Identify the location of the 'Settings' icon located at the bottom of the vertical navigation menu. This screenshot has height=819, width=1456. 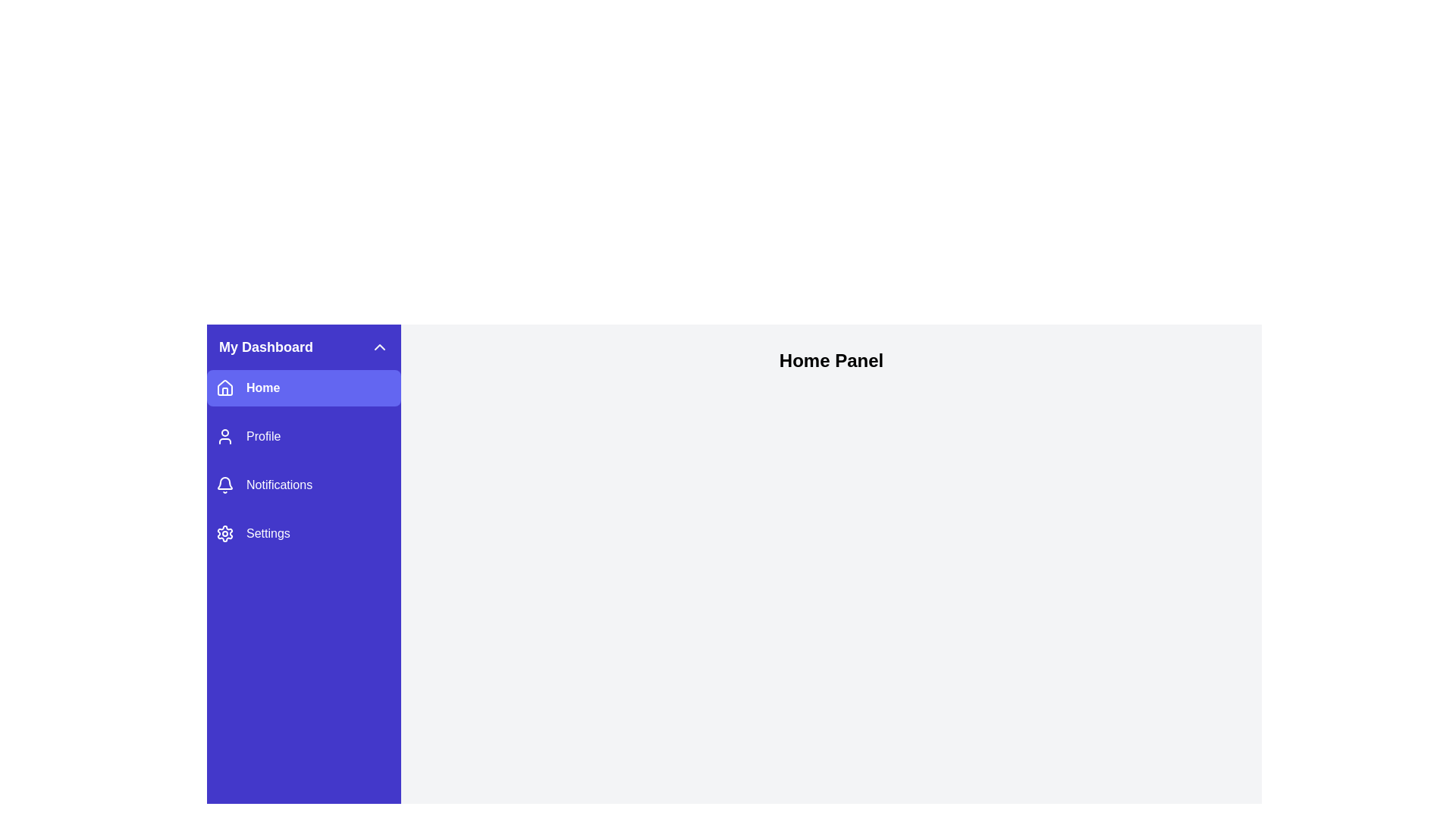
(224, 533).